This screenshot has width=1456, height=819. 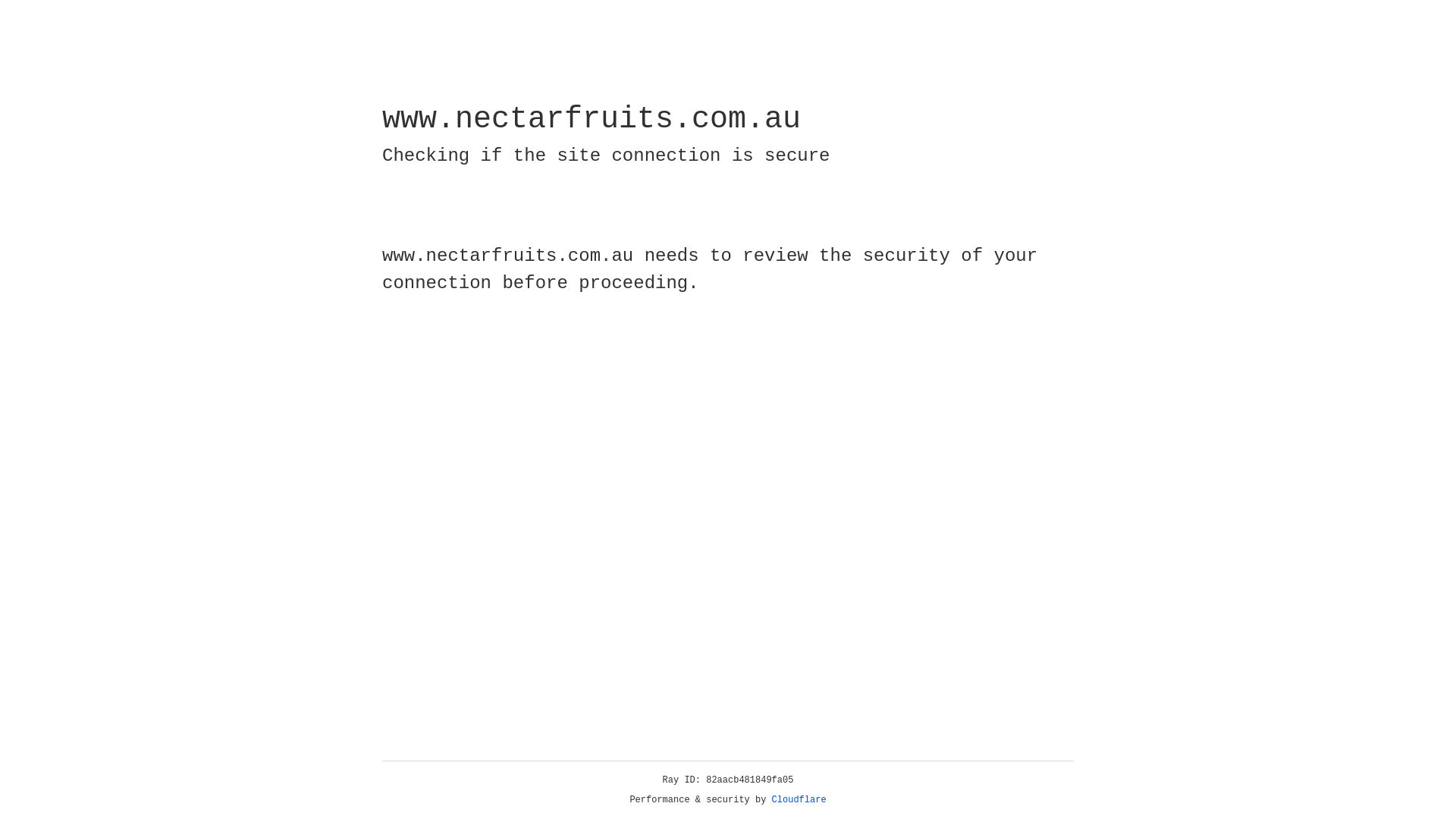 What do you see at coordinates (799, 799) in the screenshot?
I see `'Cloudflare'` at bounding box center [799, 799].